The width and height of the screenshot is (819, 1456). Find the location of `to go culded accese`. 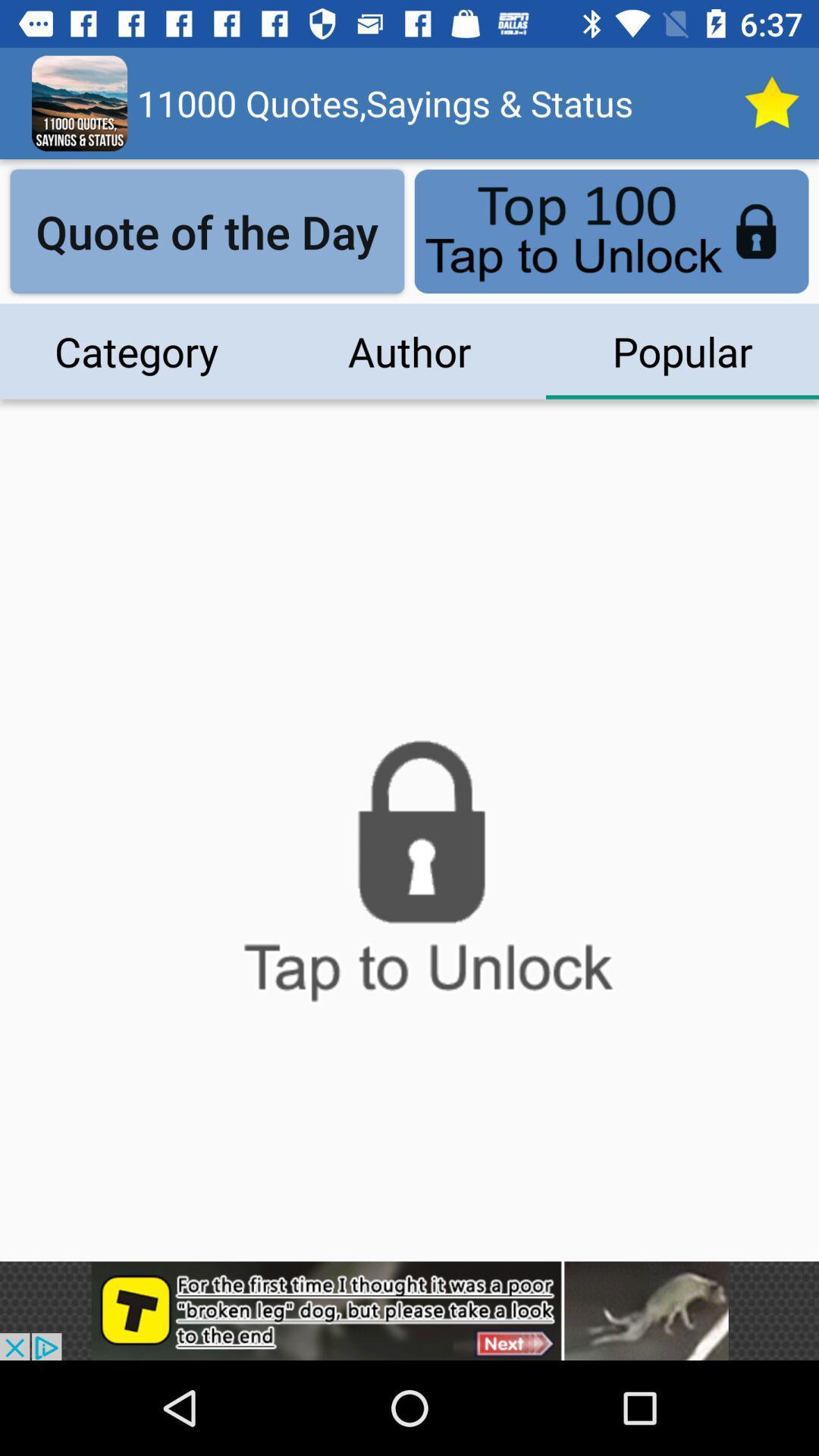

to go culded accese is located at coordinates (409, 880).